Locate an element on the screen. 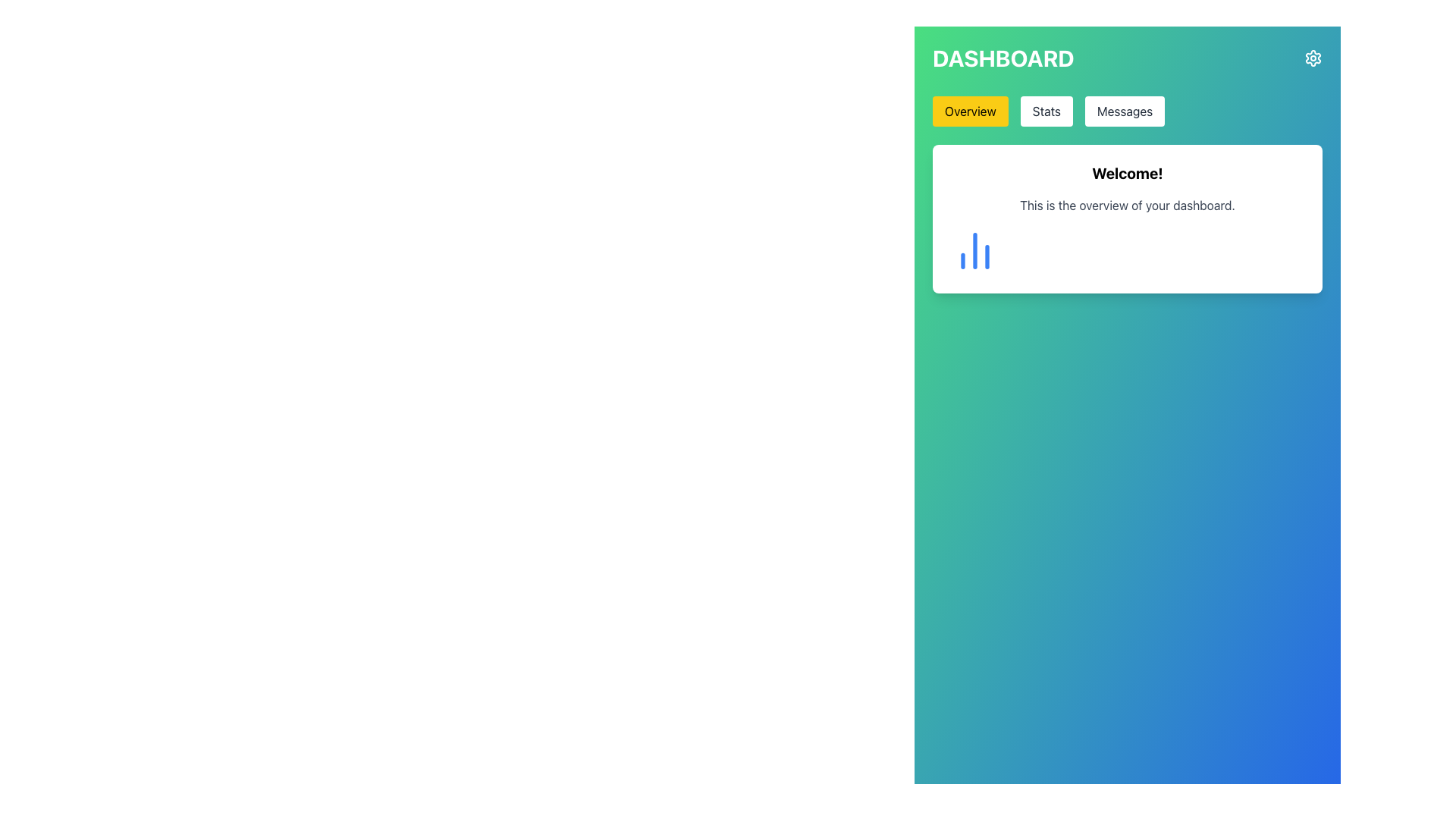 The image size is (1456, 819). the 'Overview' button, which is a rectangular button with rounded edges and a yellow background is located at coordinates (969, 110).